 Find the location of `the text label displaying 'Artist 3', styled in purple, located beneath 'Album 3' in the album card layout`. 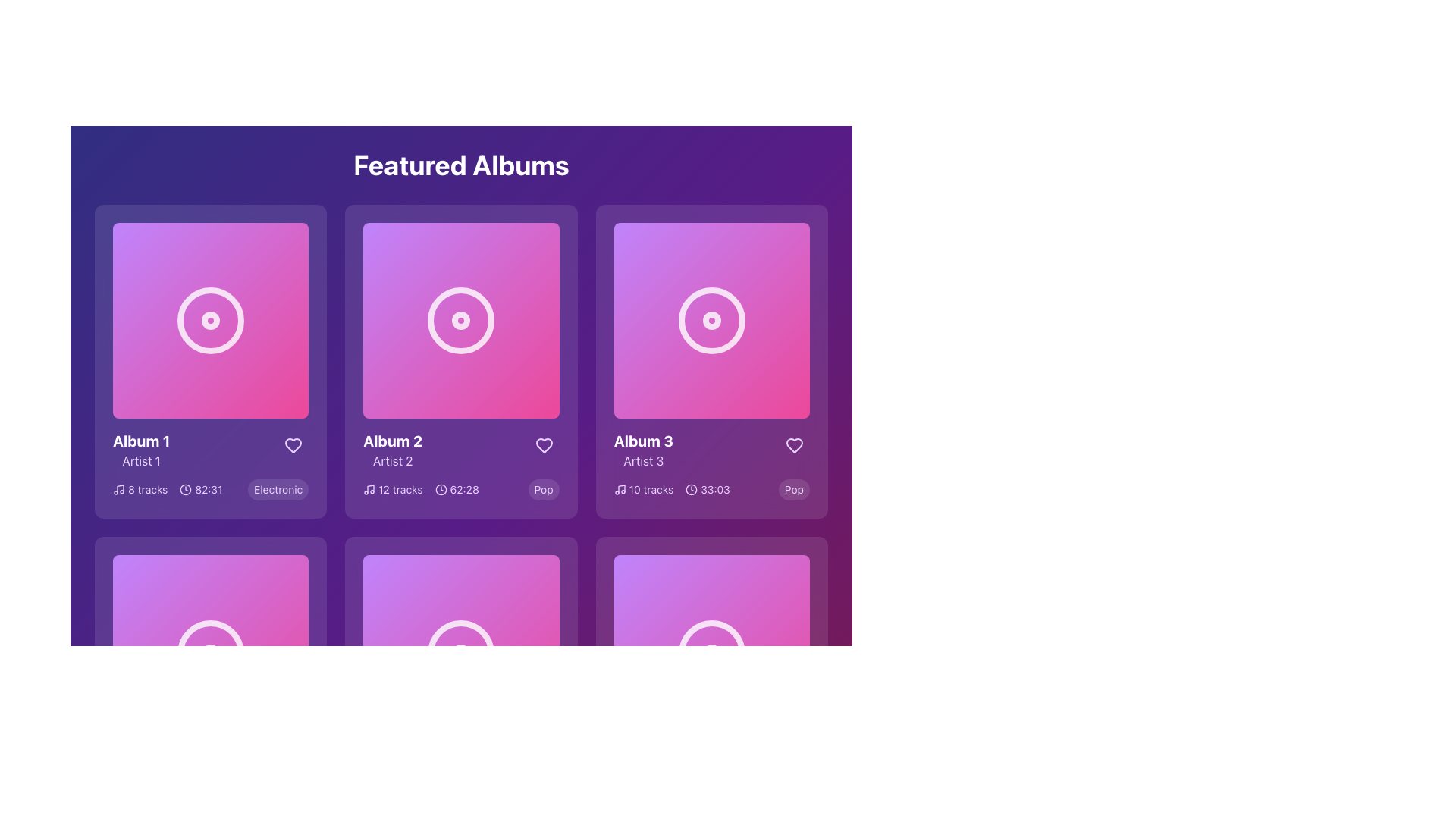

the text label displaying 'Artist 3', styled in purple, located beneath 'Album 3' in the album card layout is located at coordinates (643, 460).